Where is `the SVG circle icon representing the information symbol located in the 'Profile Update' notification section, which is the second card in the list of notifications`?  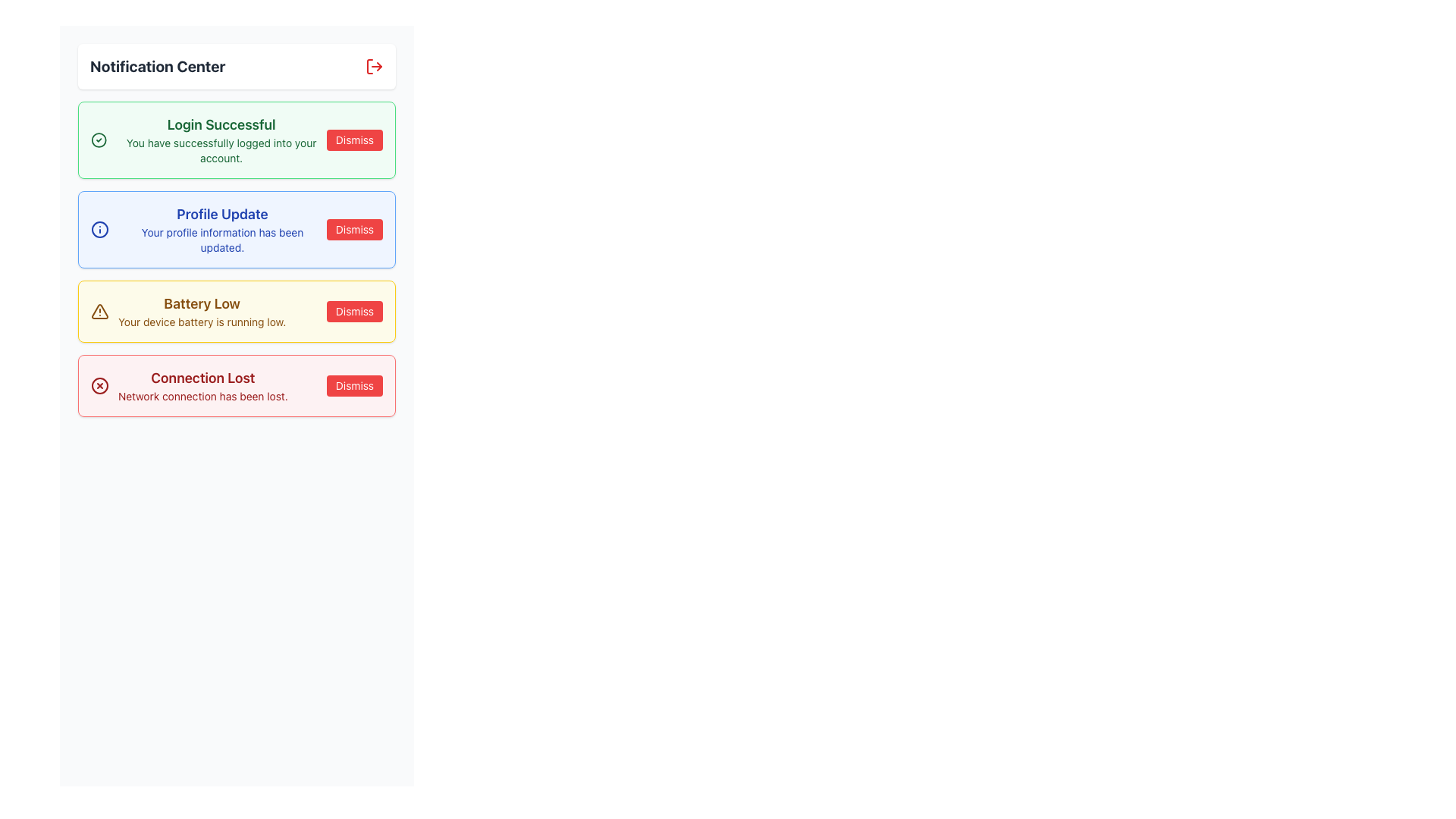
the SVG circle icon representing the information symbol located in the 'Profile Update' notification section, which is the second card in the list of notifications is located at coordinates (99, 230).